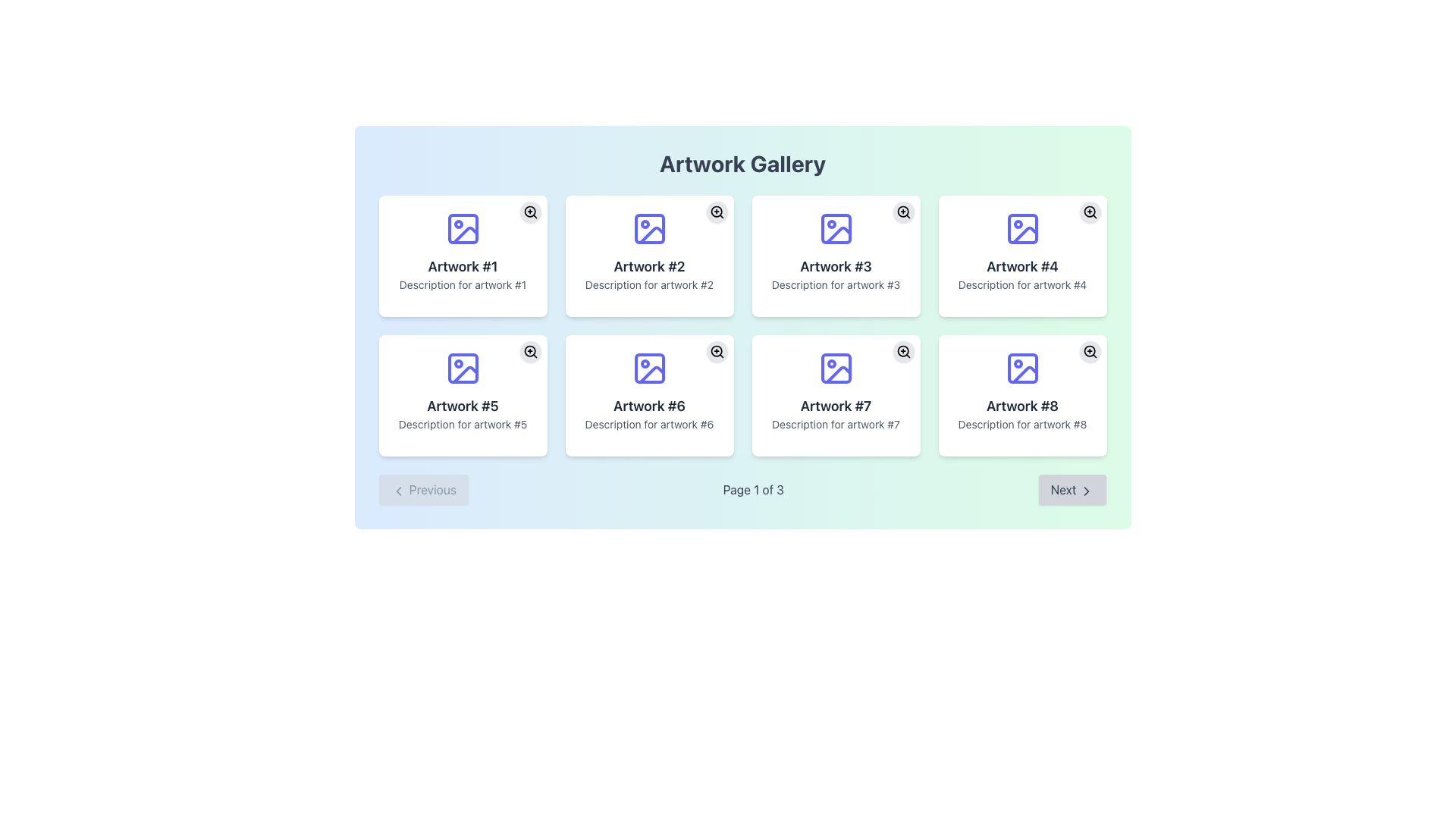 Image resolution: width=1456 pixels, height=819 pixels. Describe the element at coordinates (529, 212) in the screenshot. I see `the SVG circle shape that is part of the zoom-in icon located in the top-right corner controls of 'Artwork #1'` at that location.